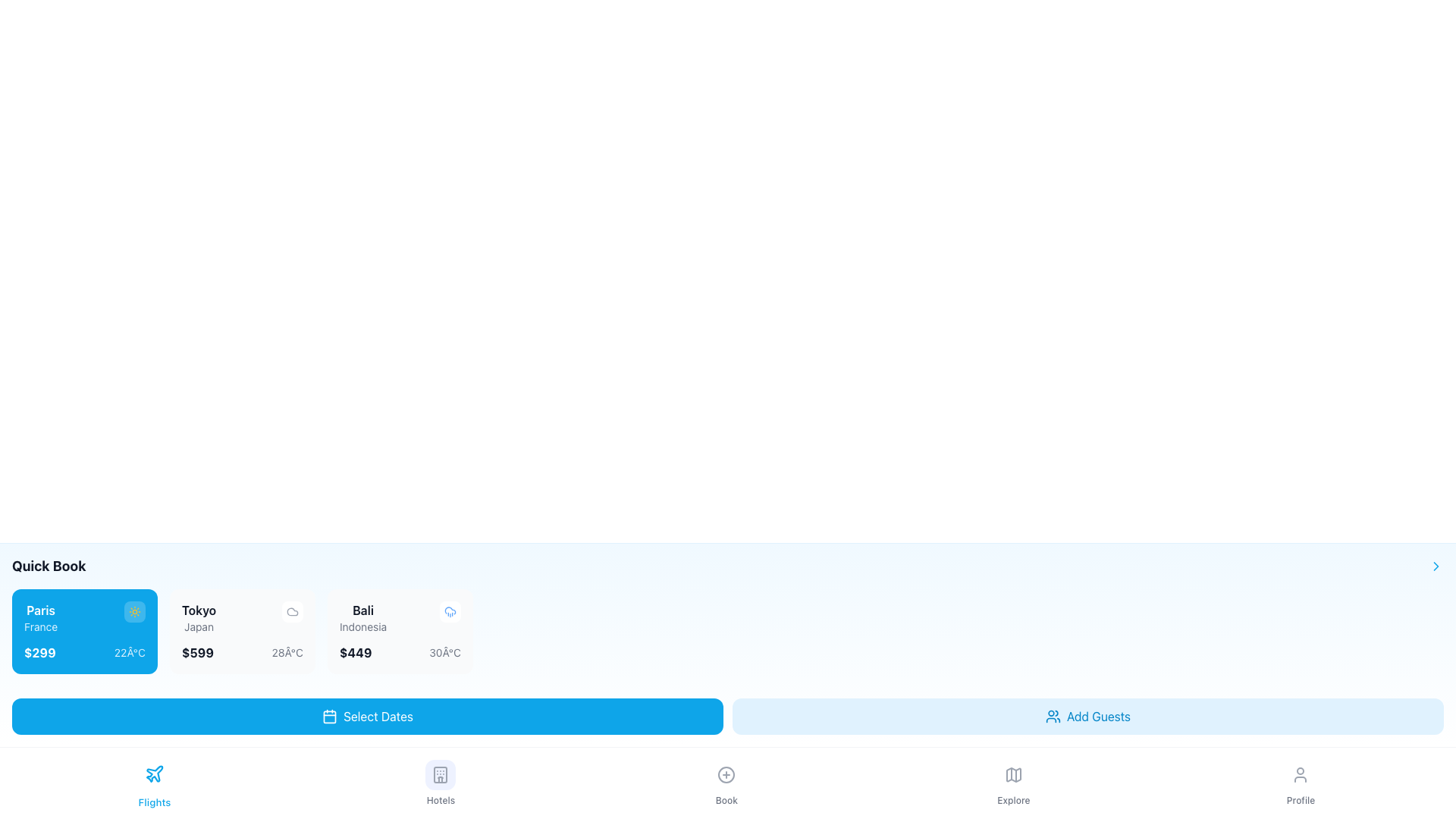  I want to click on the profile icon located in the bottom navigation bar, which is the last option and is centrally aligned above the text 'Profile', so click(1300, 775).